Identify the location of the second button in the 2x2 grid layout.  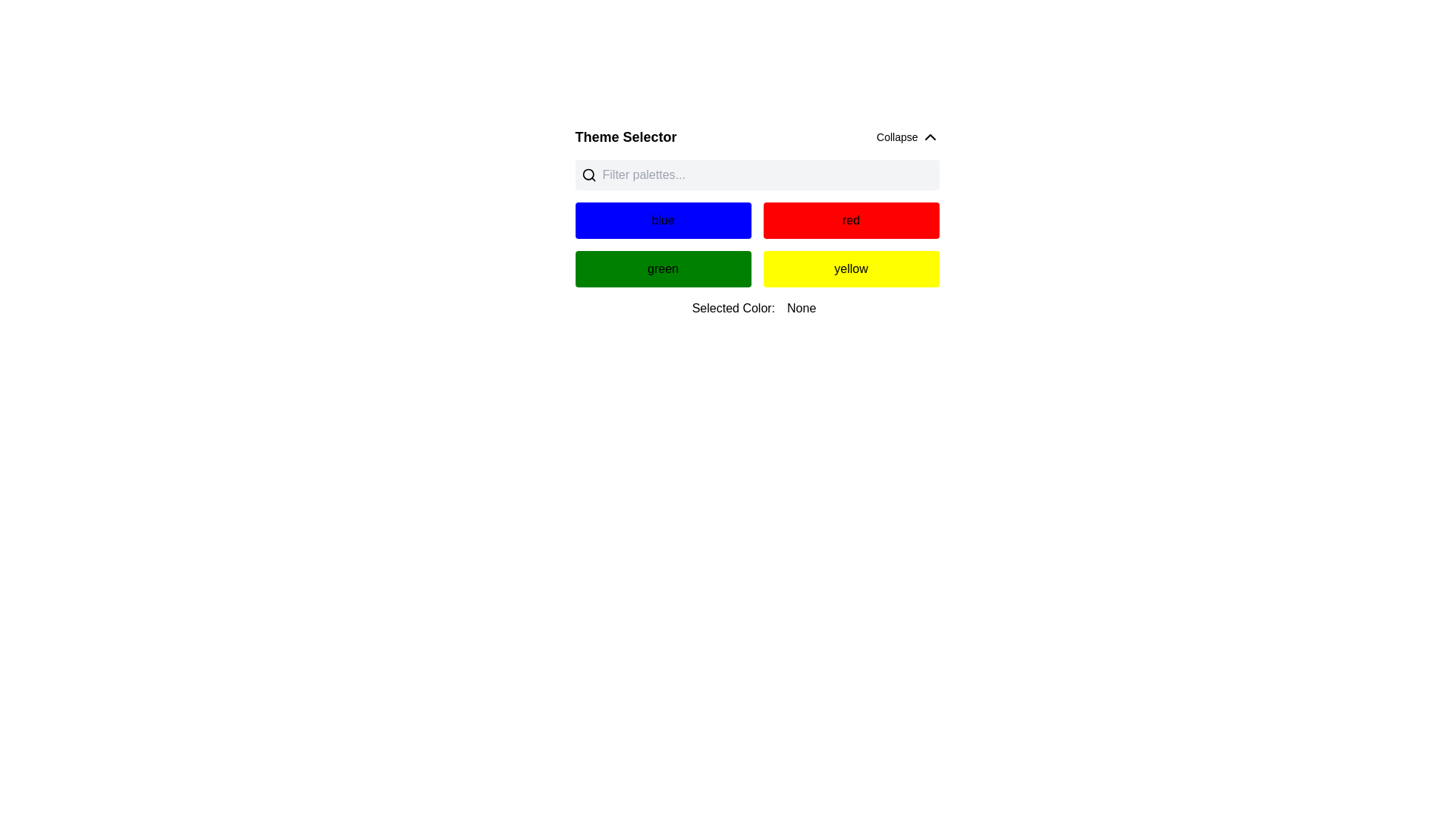
(851, 220).